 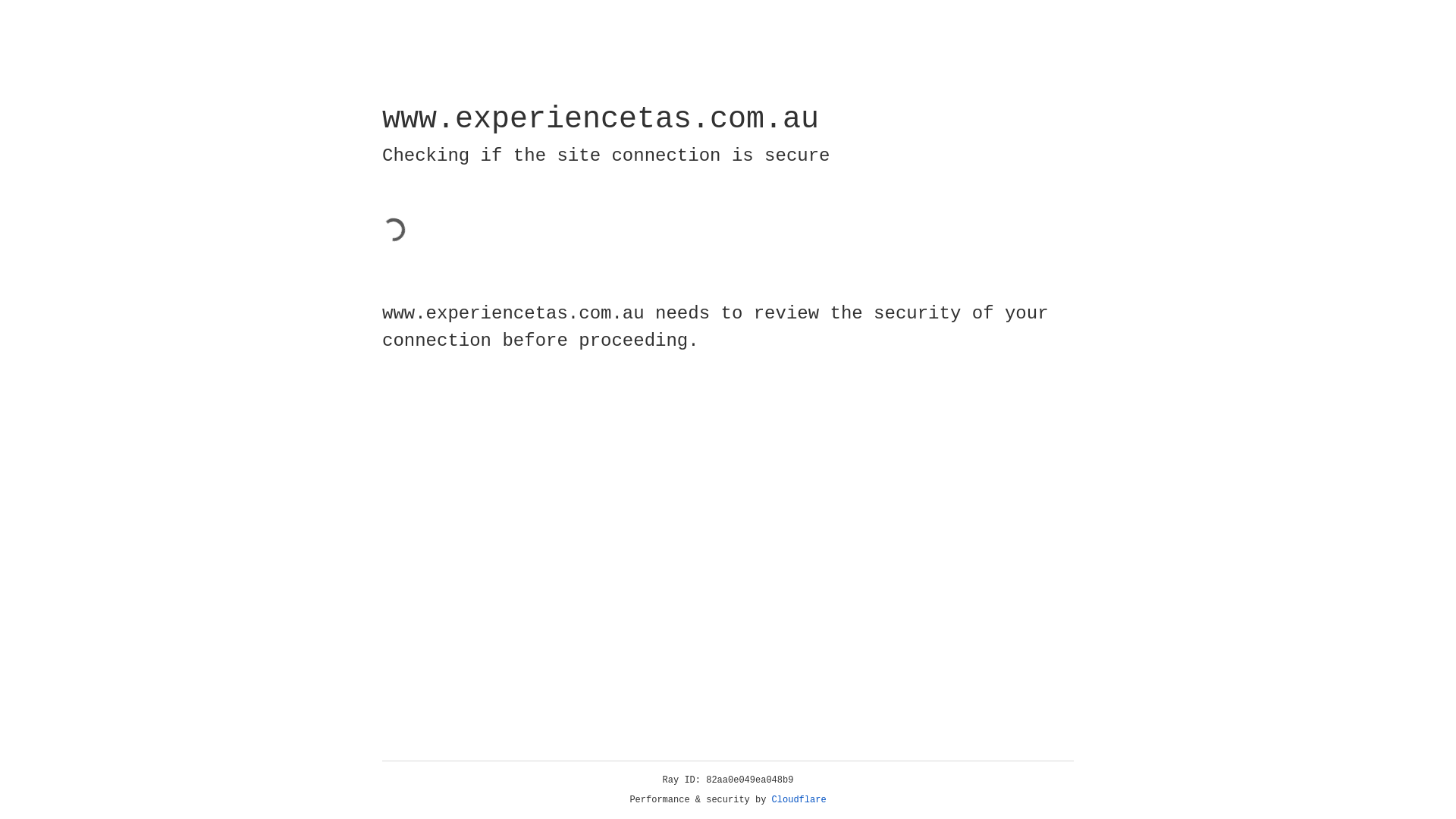 I want to click on 'Cloudflare', so click(x=799, y=799).